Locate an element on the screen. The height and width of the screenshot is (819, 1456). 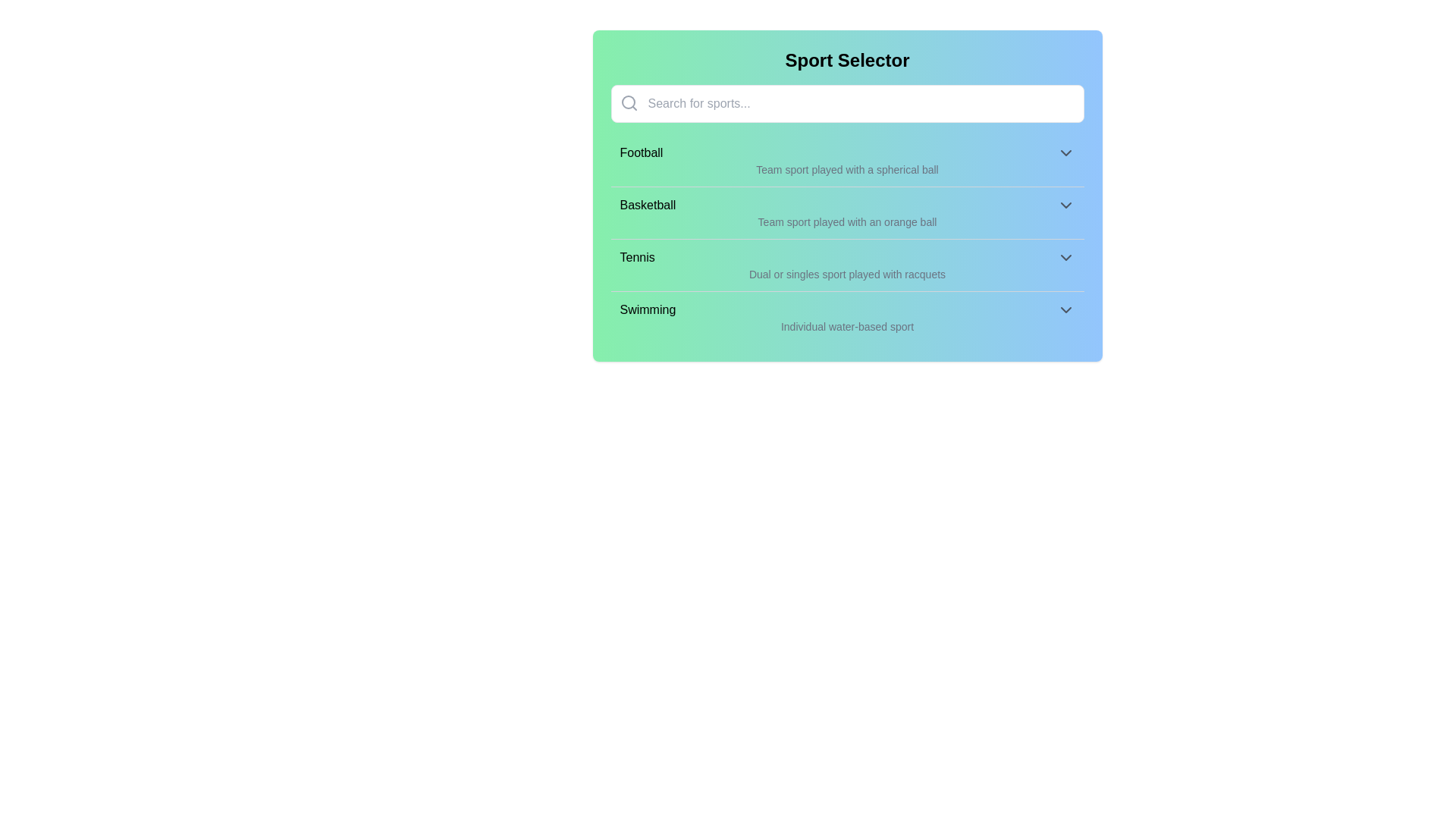
the label for the first sport option in the 'Sport Selector' box is located at coordinates (641, 152).